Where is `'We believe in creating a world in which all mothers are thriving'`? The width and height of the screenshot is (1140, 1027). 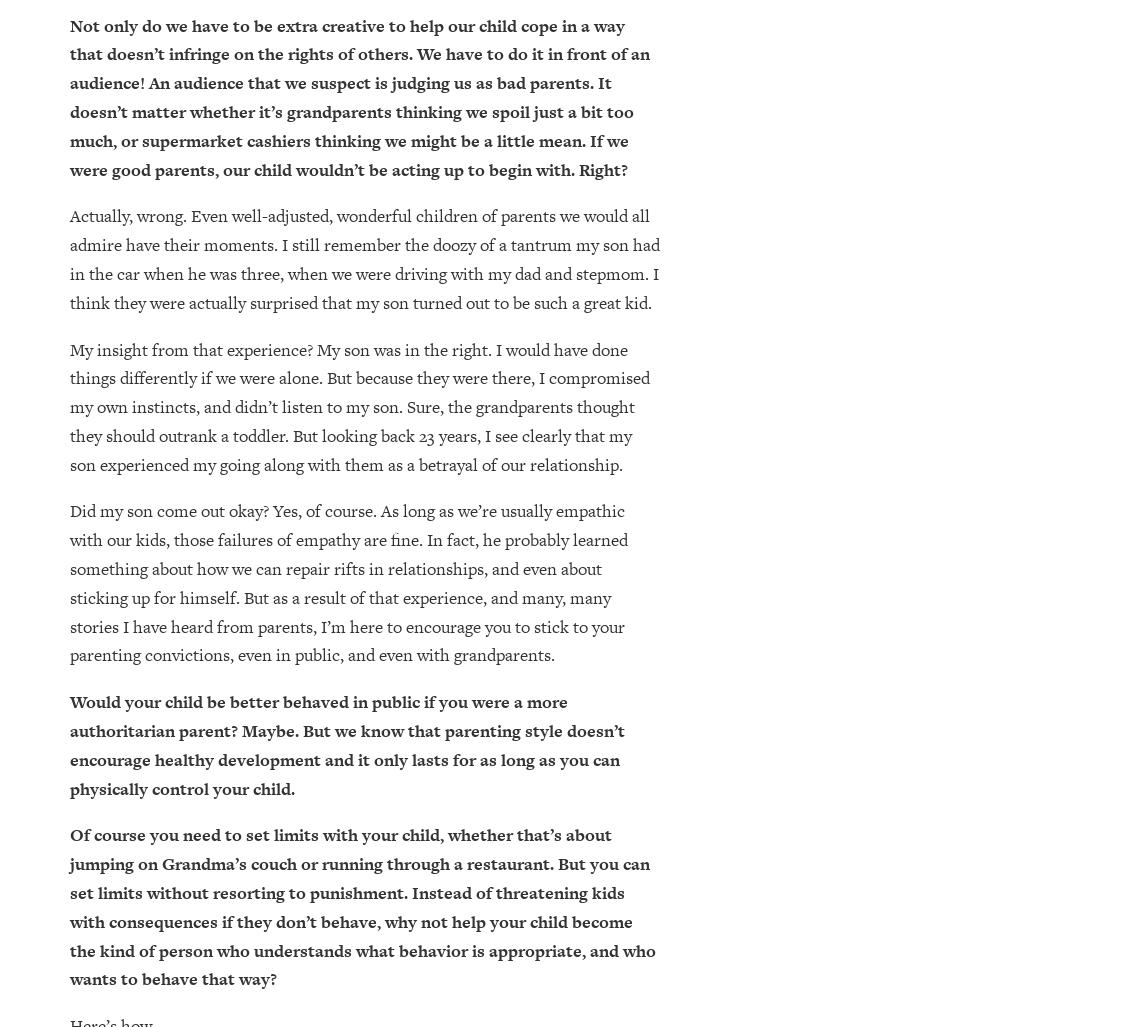
'We believe in creating a world in which all mothers are thriving' is located at coordinates (159, 861).